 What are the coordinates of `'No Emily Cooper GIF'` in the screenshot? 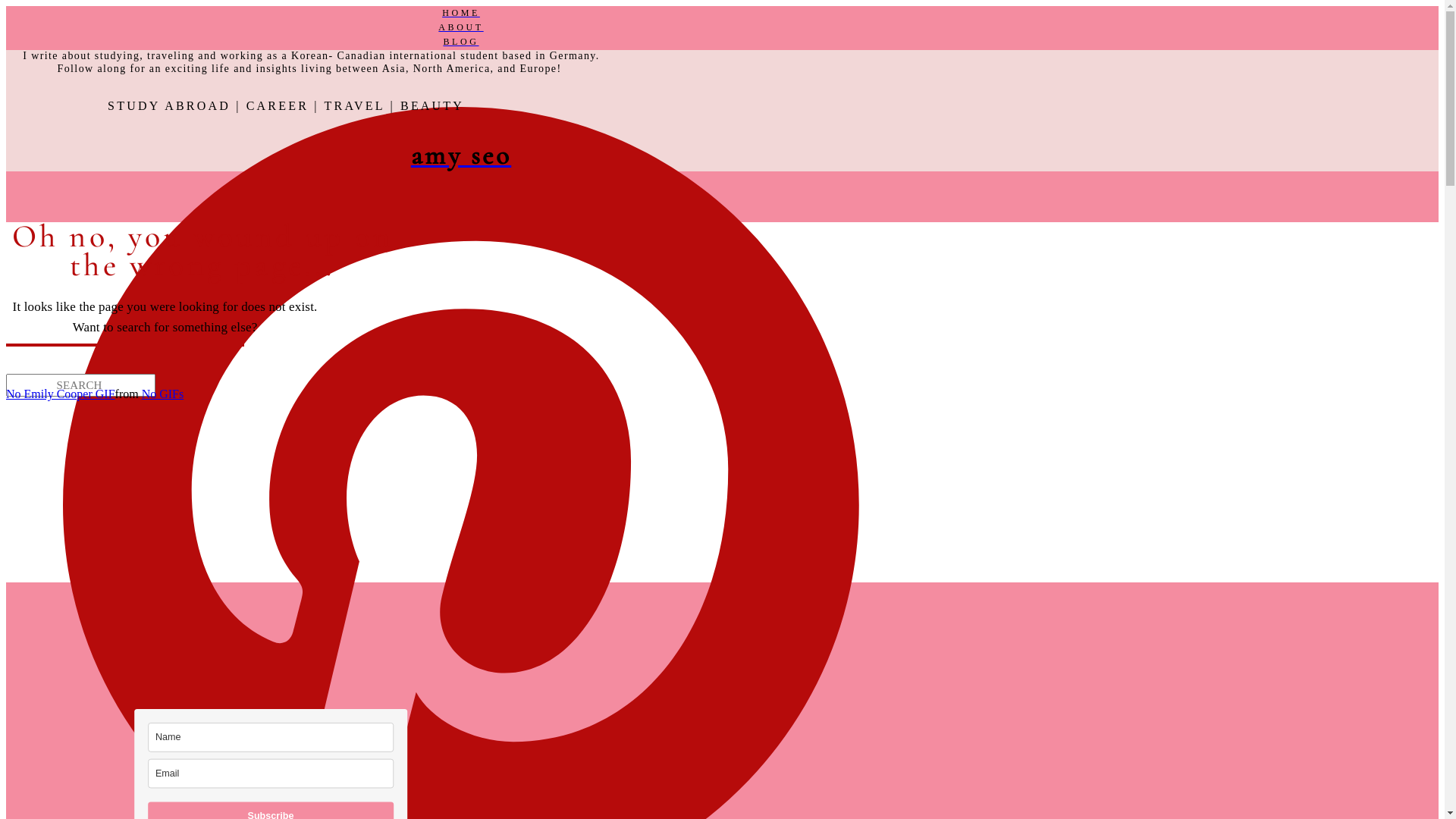 It's located at (61, 393).